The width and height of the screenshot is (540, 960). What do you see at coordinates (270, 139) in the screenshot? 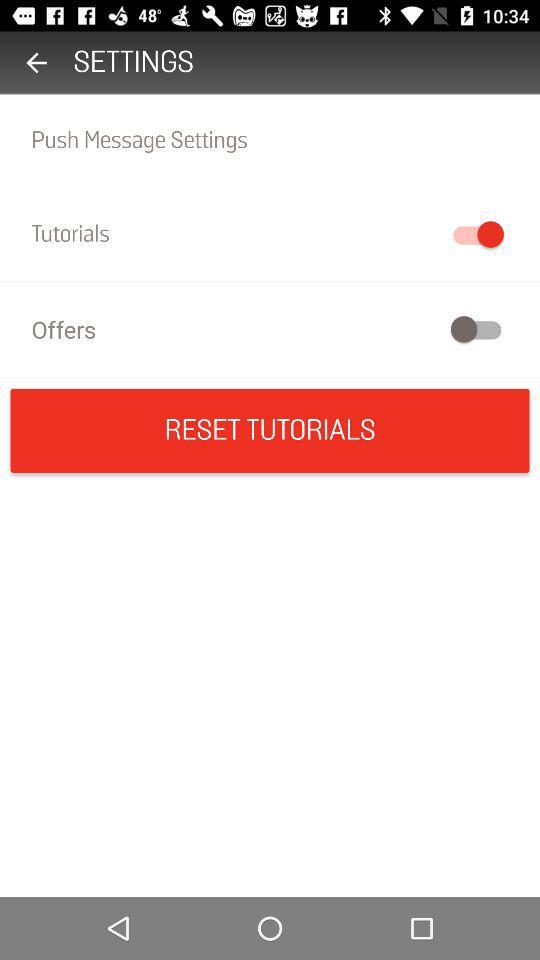
I see `the push message settings` at bounding box center [270, 139].